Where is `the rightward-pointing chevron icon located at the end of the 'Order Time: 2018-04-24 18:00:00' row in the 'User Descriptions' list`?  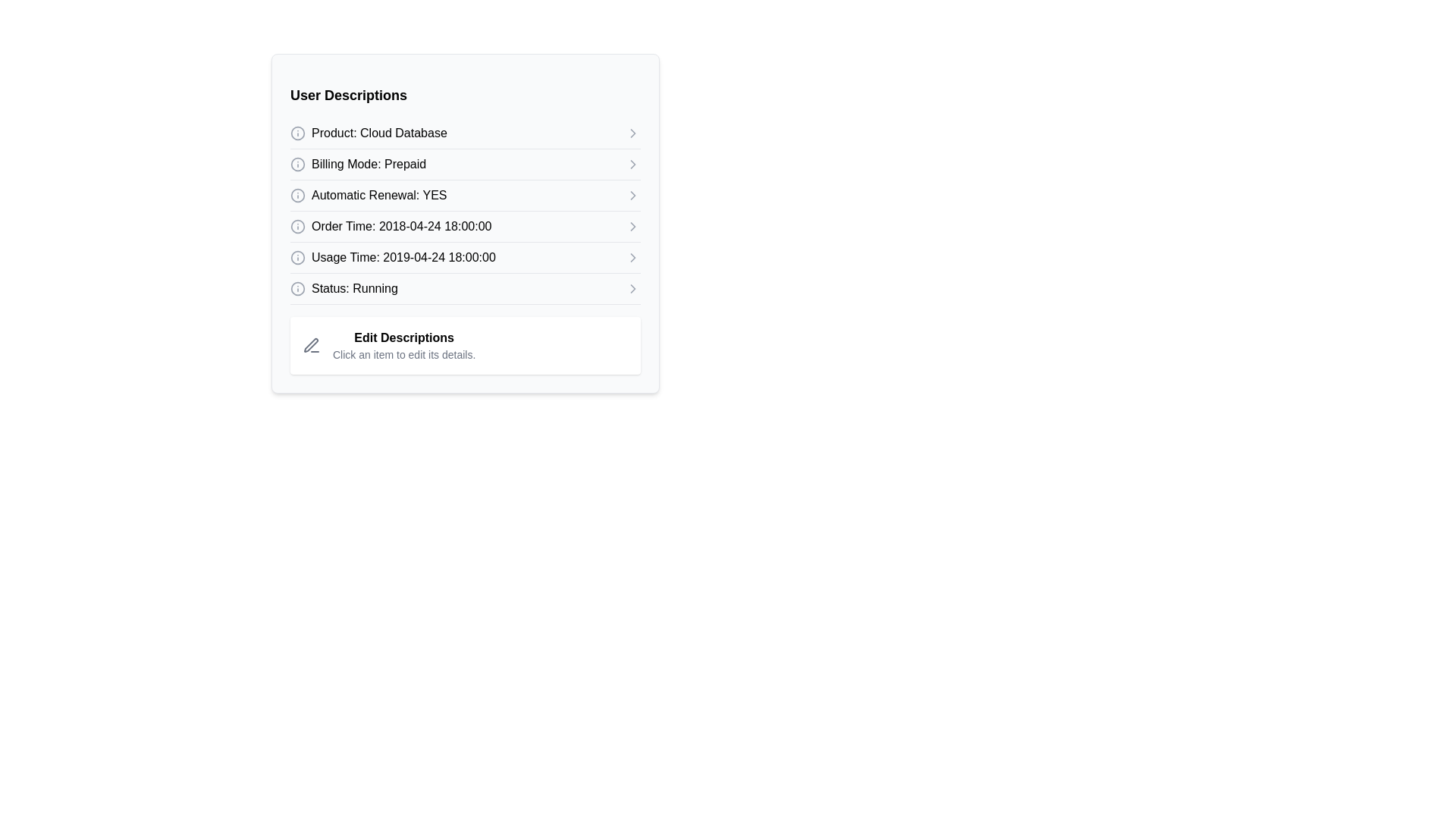 the rightward-pointing chevron icon located at the end of the 'Order Time: 2018-04-24 18:00:00' row in the 'User Descriptions' list is located at coordinates (633, 227).